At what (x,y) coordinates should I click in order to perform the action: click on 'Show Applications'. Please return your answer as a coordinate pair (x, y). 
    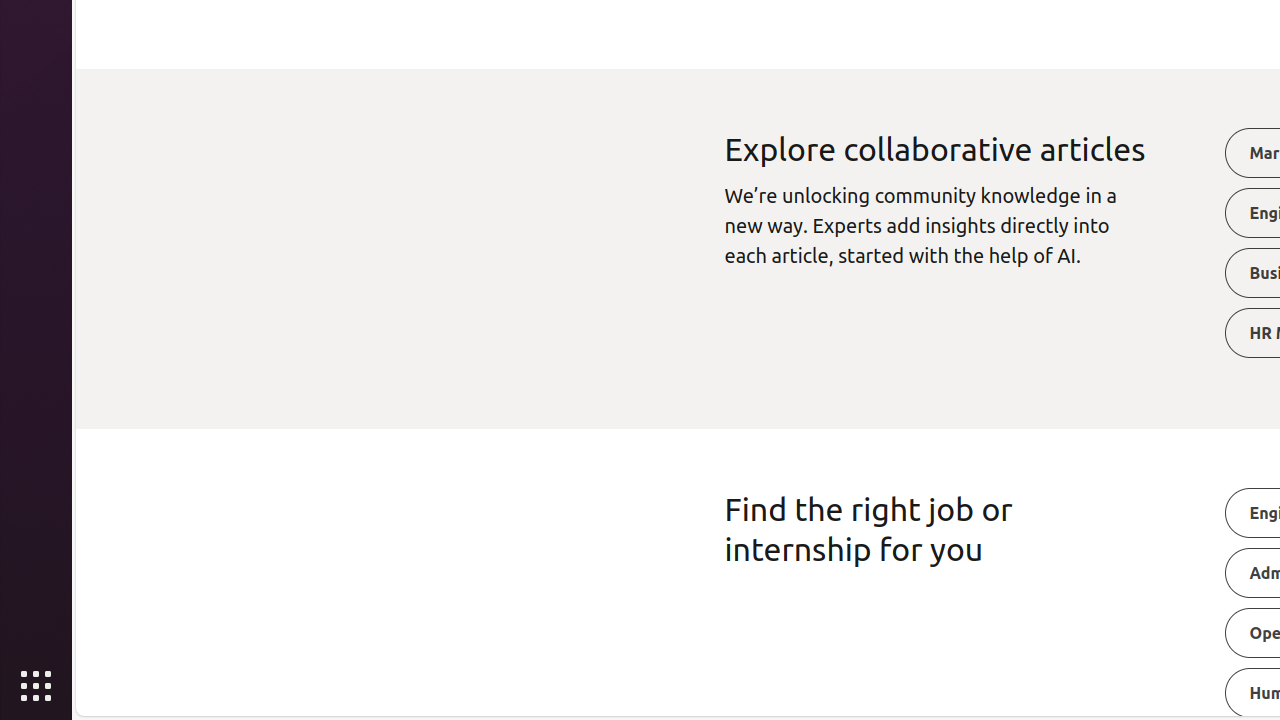
    Looking at the image, I should click on (35, 685).